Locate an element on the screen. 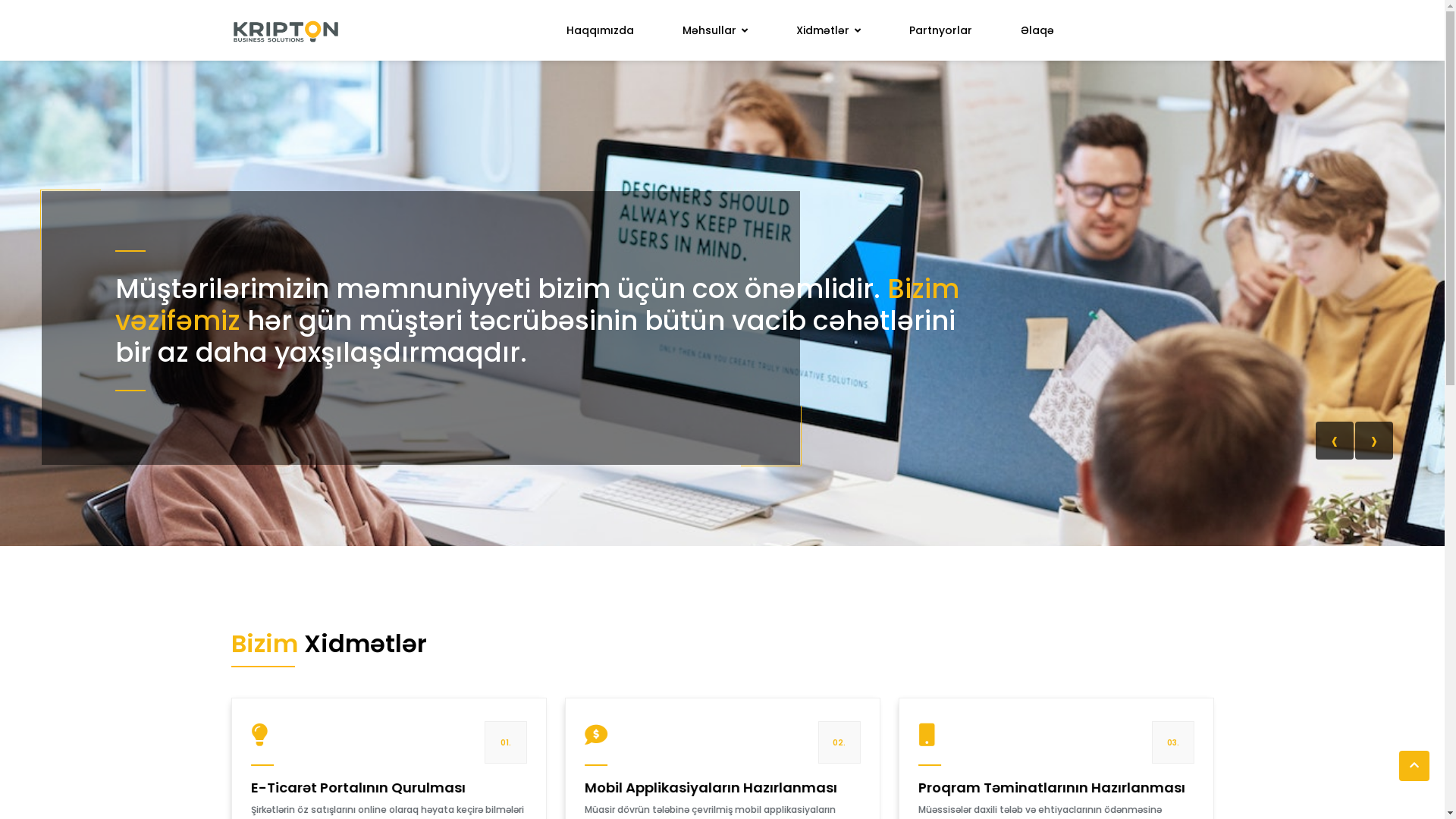 This screenshot has width=1456, height=819. 'Partnyorlar' is located at coordinates (940, 30).